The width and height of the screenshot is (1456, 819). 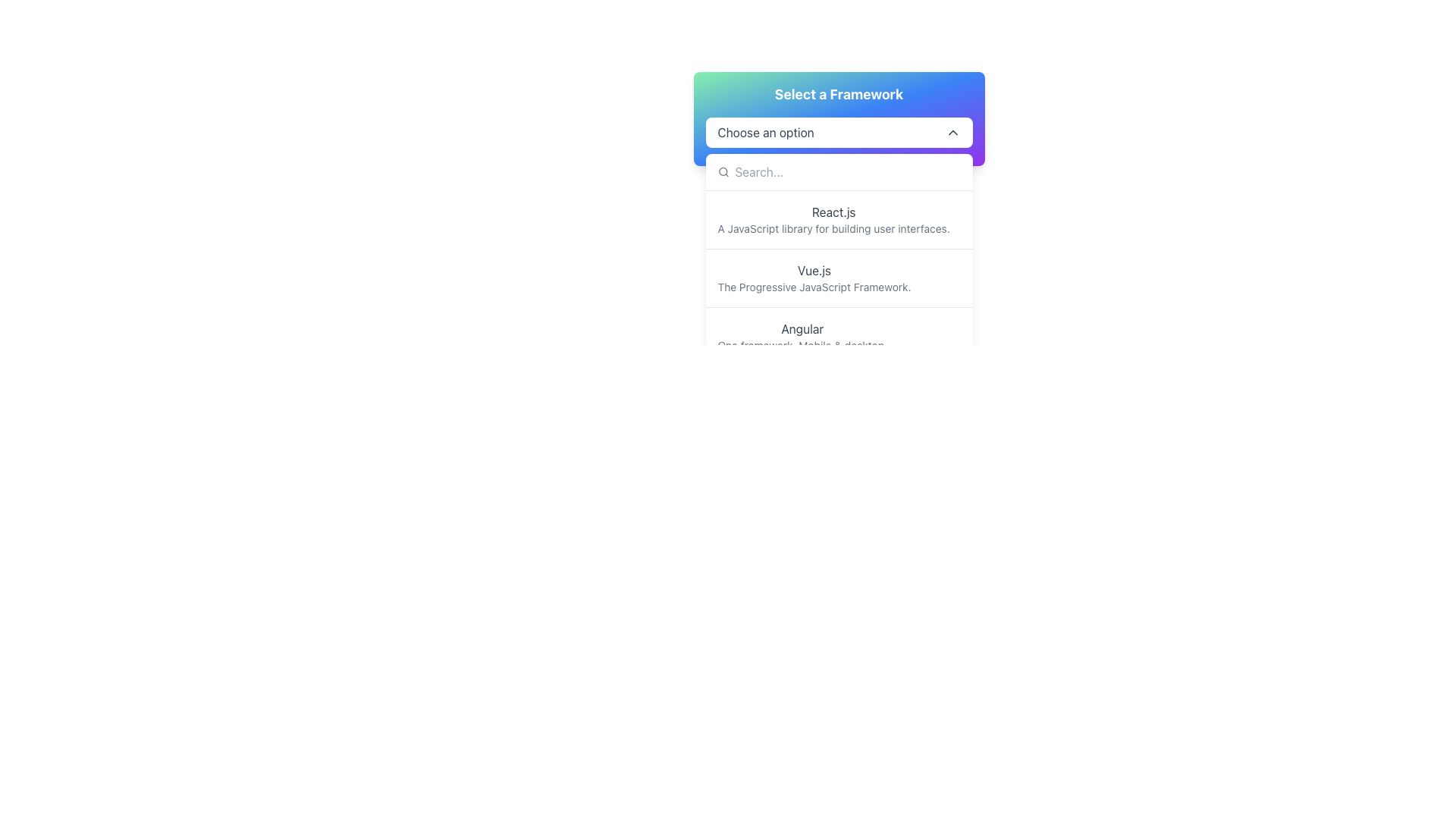 What do you see at coordinates (838, 335) in the screenshot?
I see `the third interactive list item labeled 'Angular' to change its background color` at bounding box center [838, 335].